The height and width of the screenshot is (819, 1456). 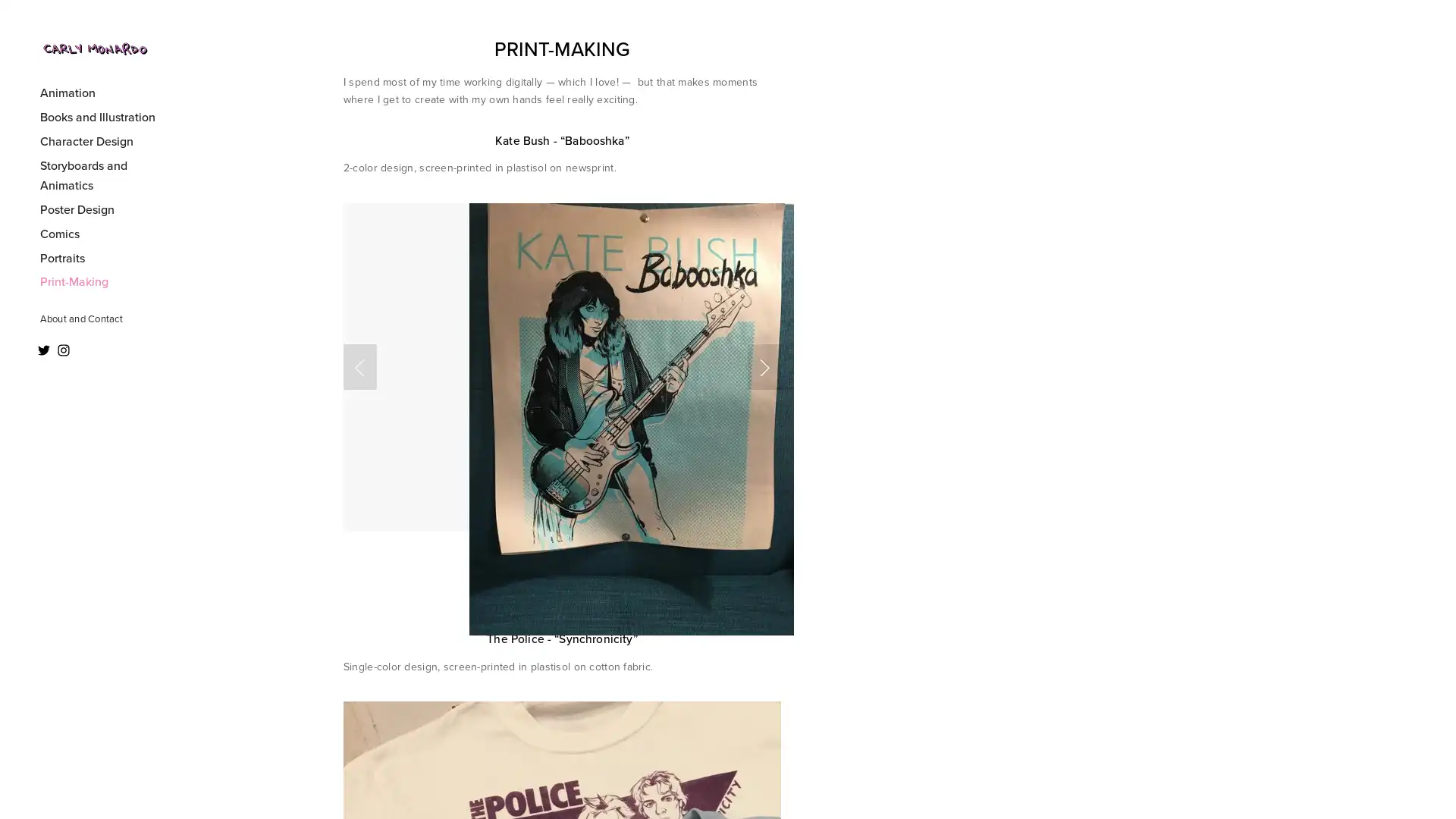 What do you see at coordinates (544, 576) in the screenshot?
I see `Slide 2` at bounding box center [544, 576].